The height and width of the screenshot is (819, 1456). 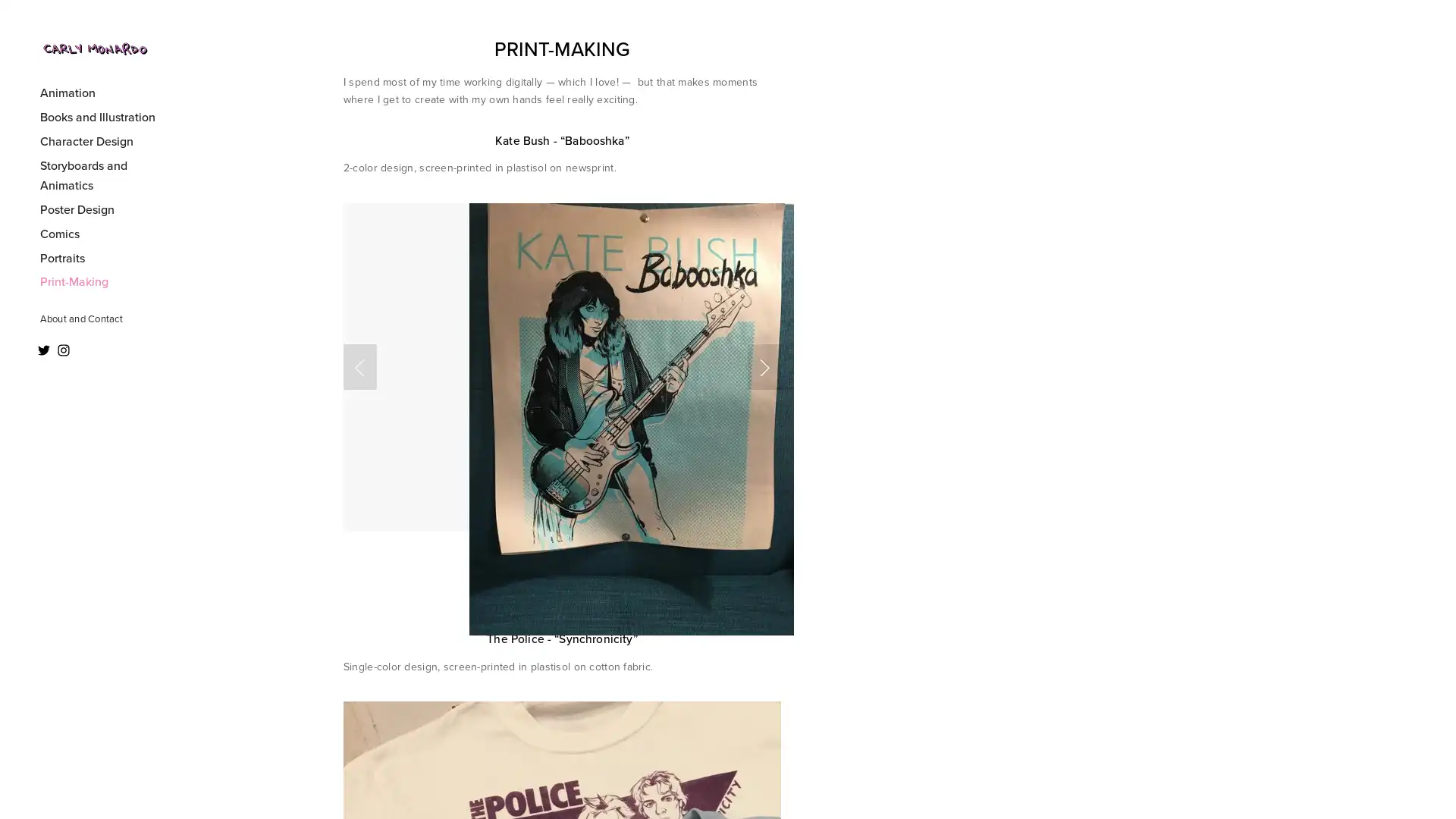 What do you see at coordinates (544, 576) in the screenshot?
I see `Slide 2` at bounding box center [544, 576].